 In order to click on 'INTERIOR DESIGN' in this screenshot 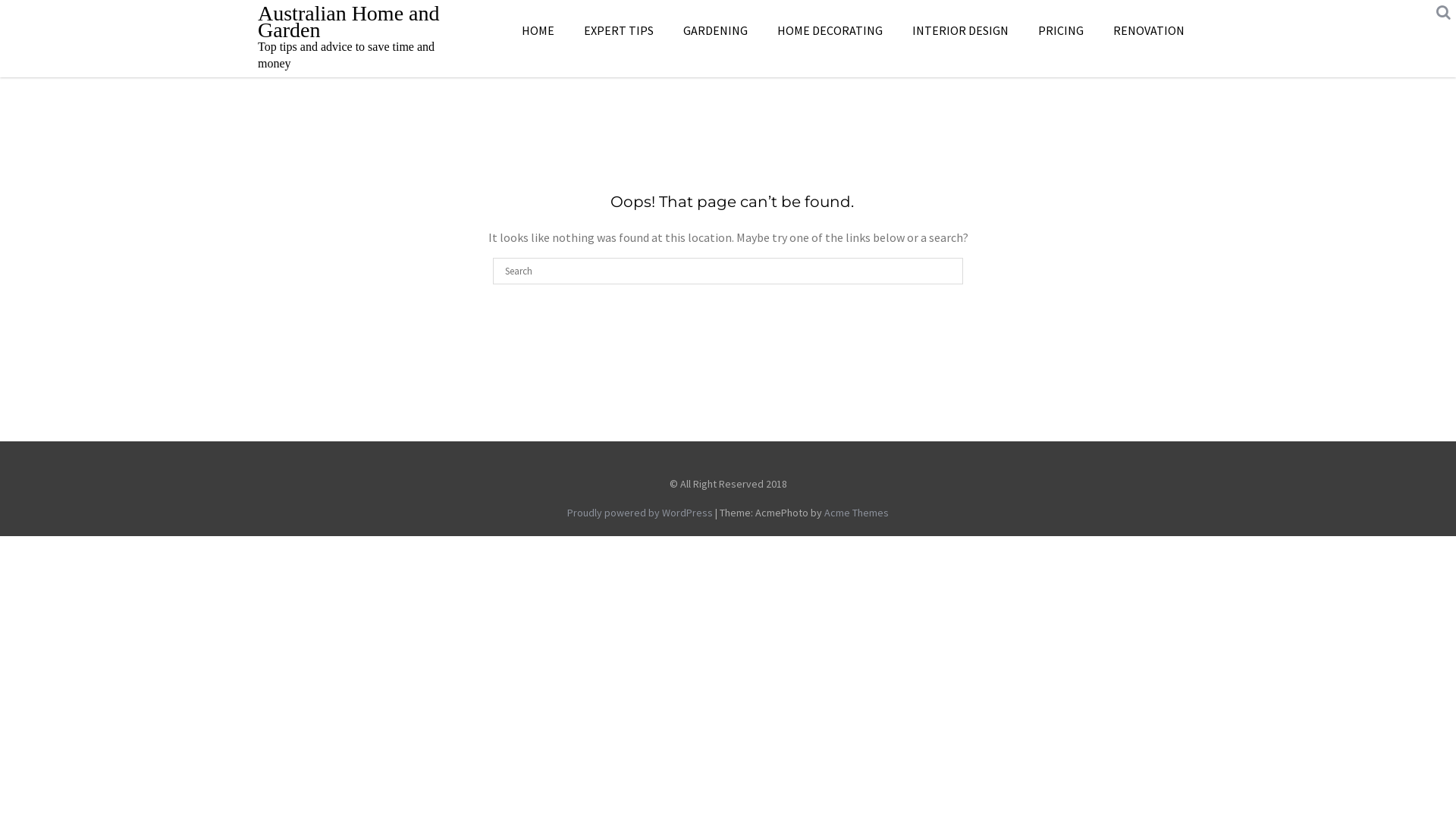, I will do `click(959, 30)`.